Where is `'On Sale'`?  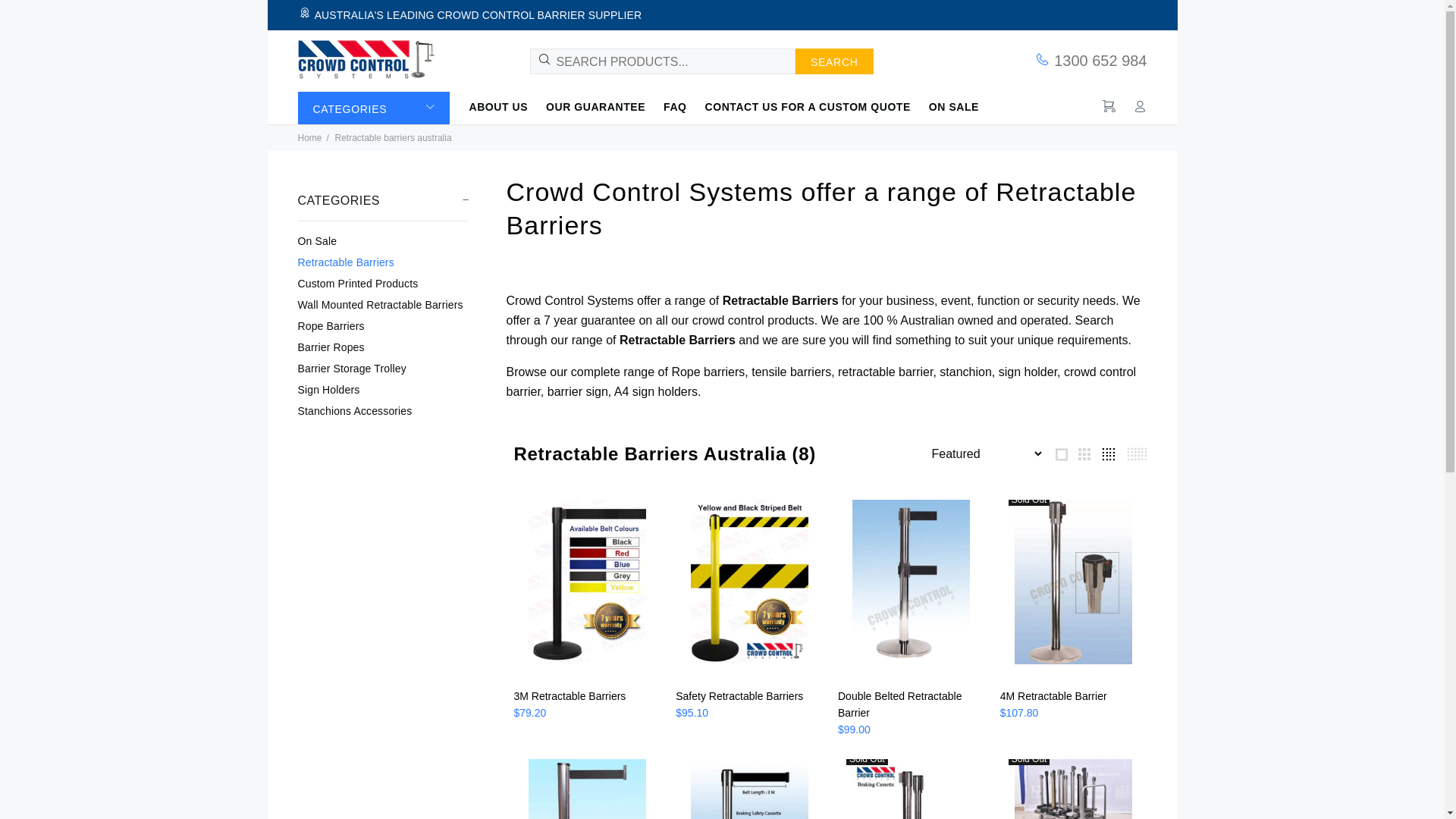 'On Sale' is located at coordinates (382, 240).